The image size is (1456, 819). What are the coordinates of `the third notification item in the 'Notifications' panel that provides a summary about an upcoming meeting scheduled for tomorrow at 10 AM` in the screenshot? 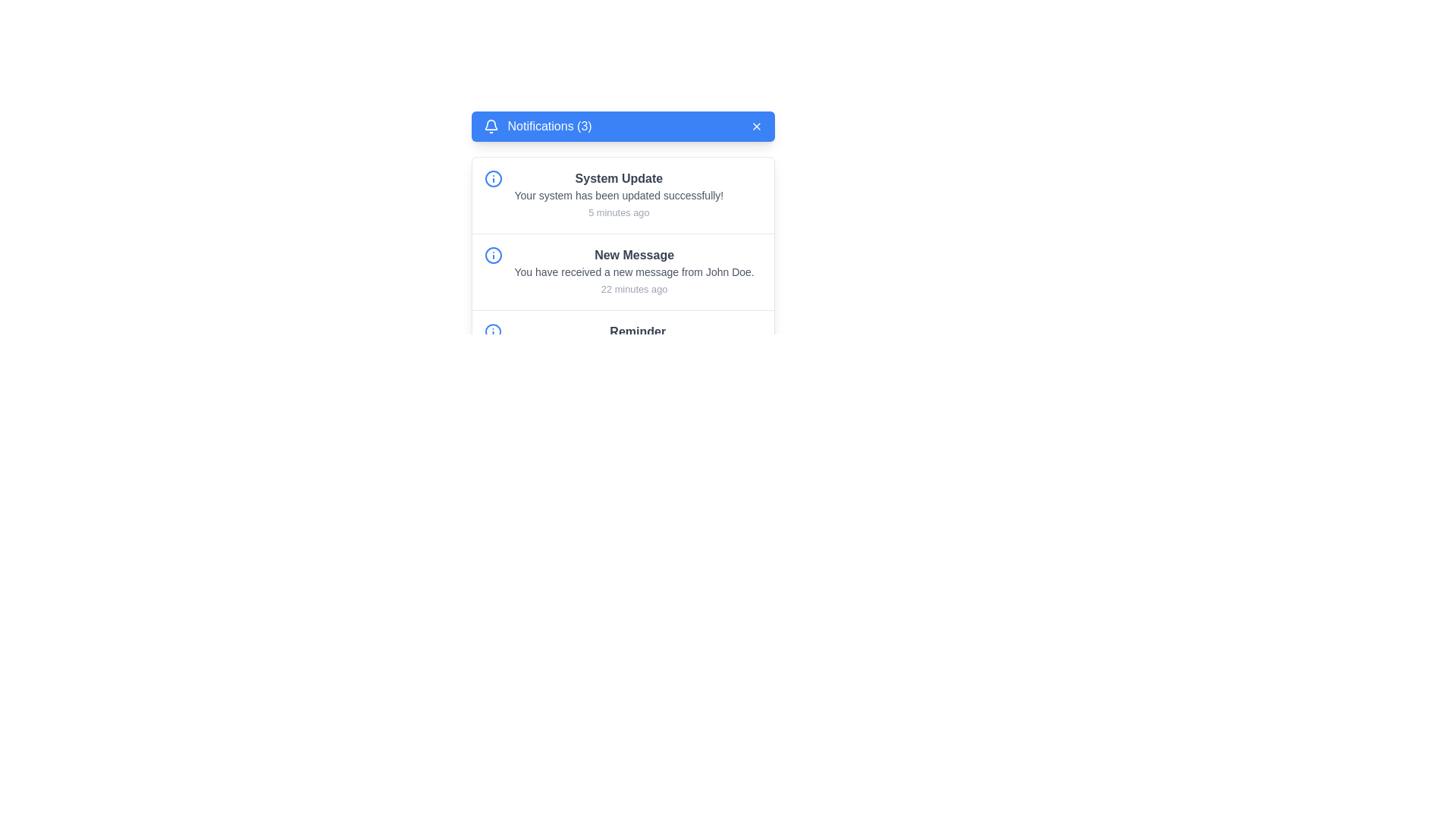 It's located at (623, 356).